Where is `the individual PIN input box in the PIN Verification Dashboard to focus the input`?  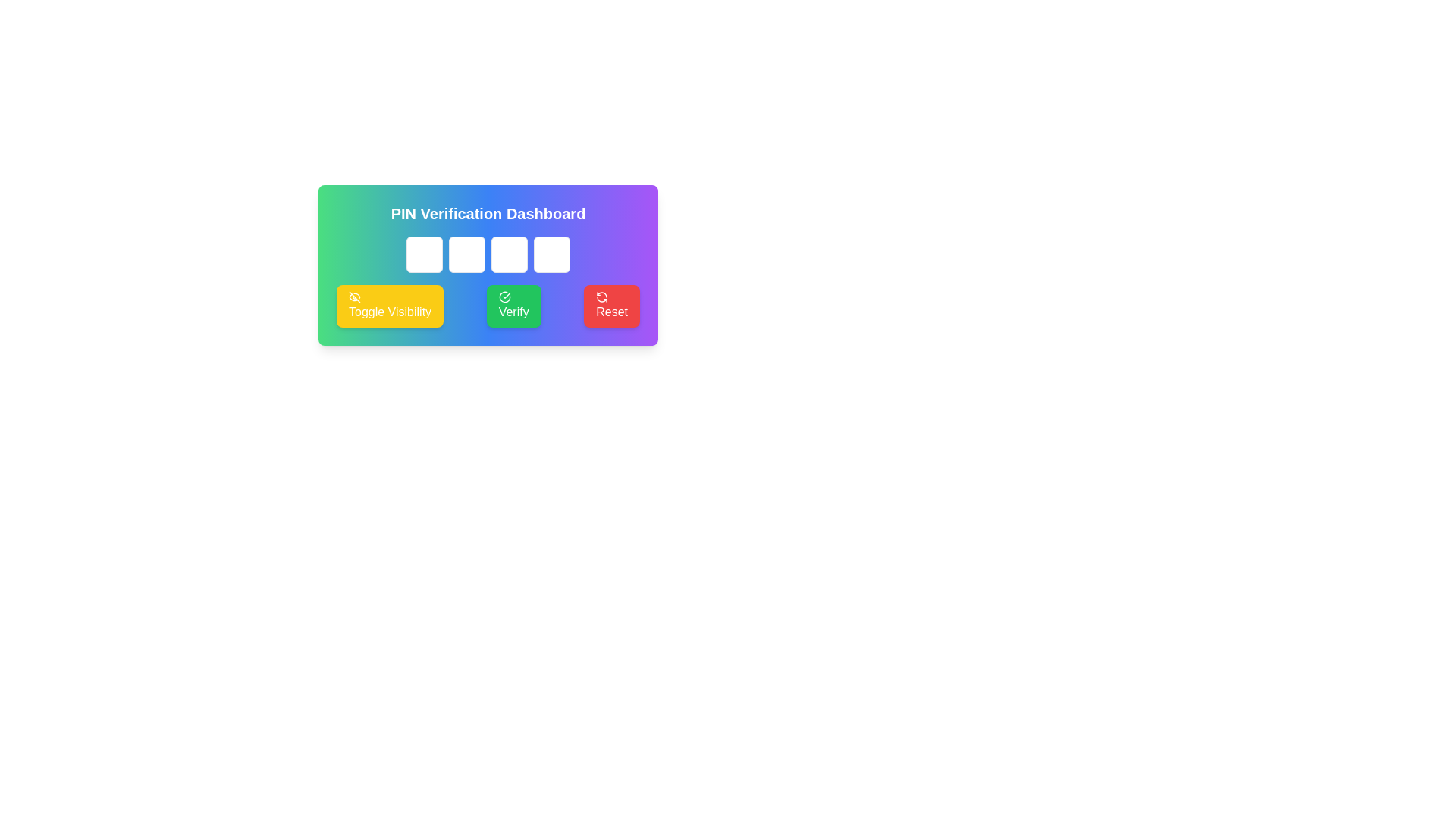 the individual PIN input box in the PIN Verification Dashboard to focus the input is located at coordinates (488, 253).